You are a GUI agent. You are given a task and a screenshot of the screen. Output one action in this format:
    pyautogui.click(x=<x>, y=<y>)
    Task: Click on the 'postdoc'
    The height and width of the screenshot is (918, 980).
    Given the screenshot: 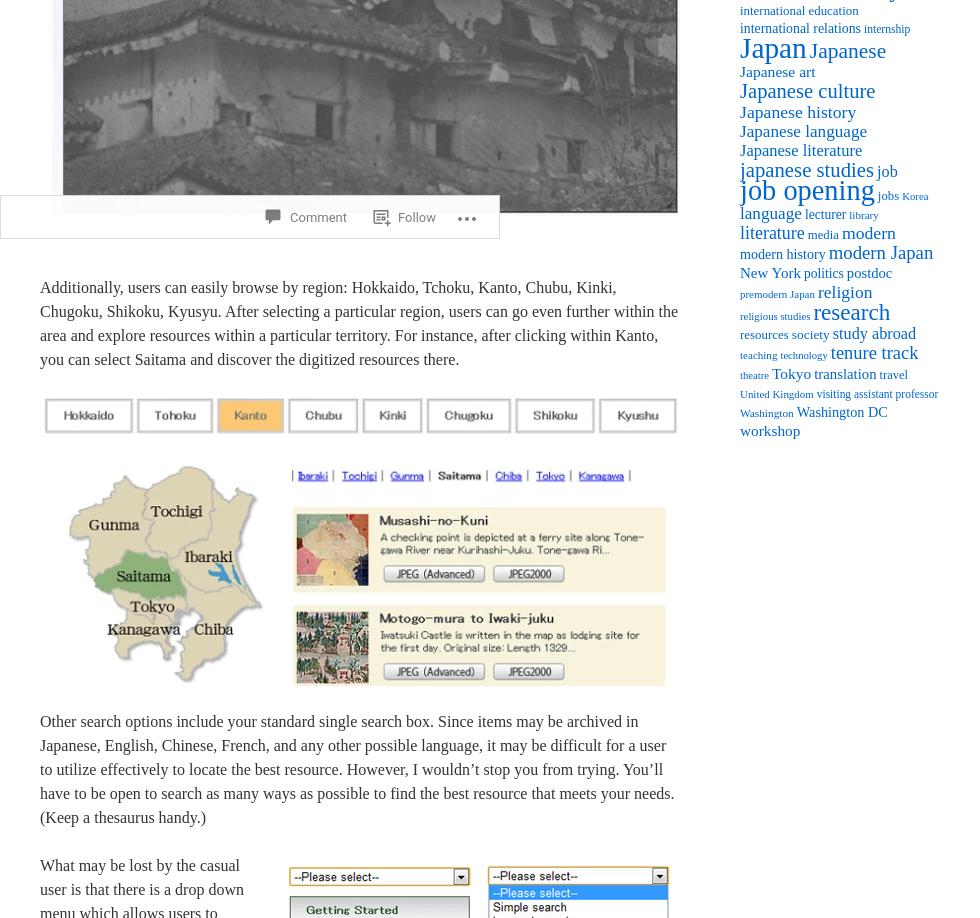 What is the action you would take?
    pyautogui.click(x=868, y=272)
    